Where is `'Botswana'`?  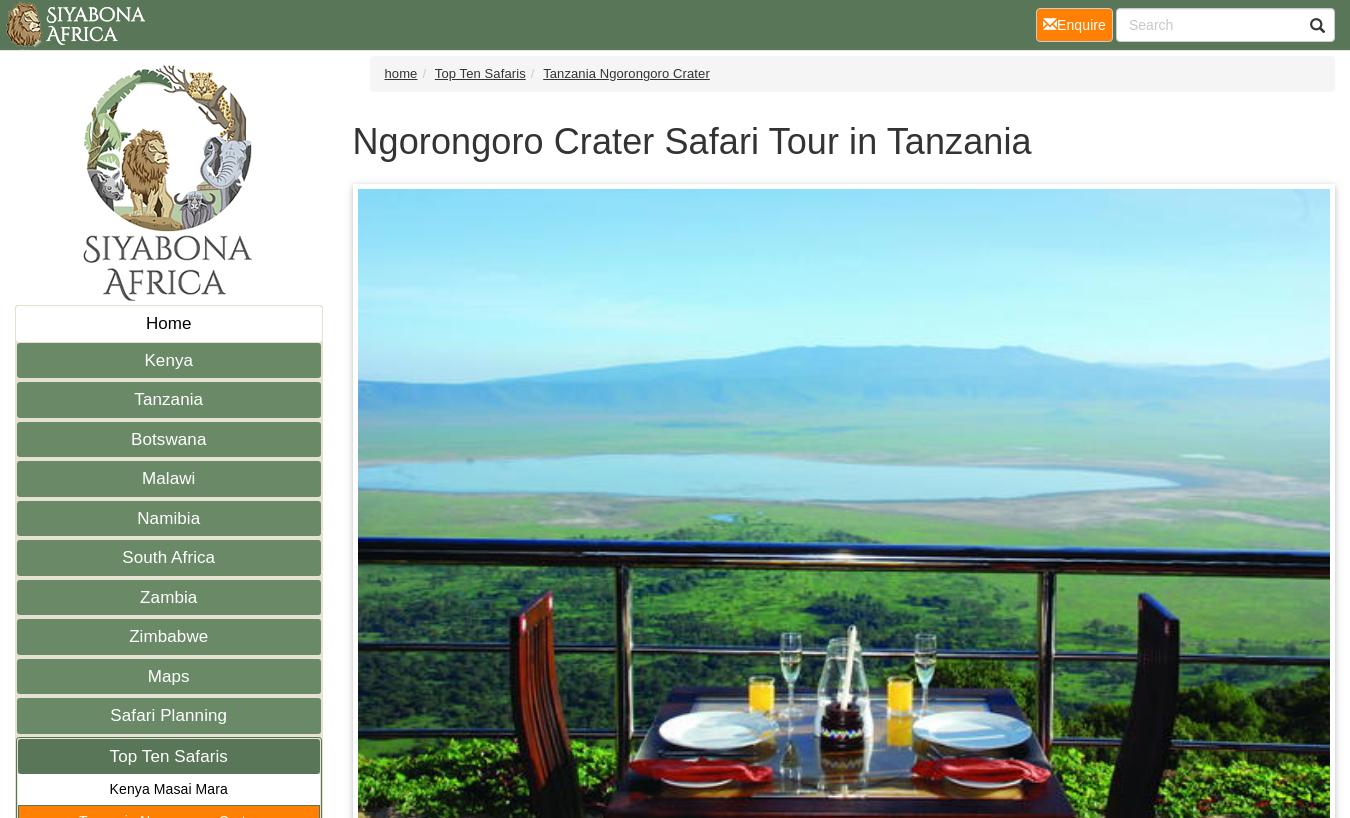 'Botswana' is located at coordinates (168, 437).